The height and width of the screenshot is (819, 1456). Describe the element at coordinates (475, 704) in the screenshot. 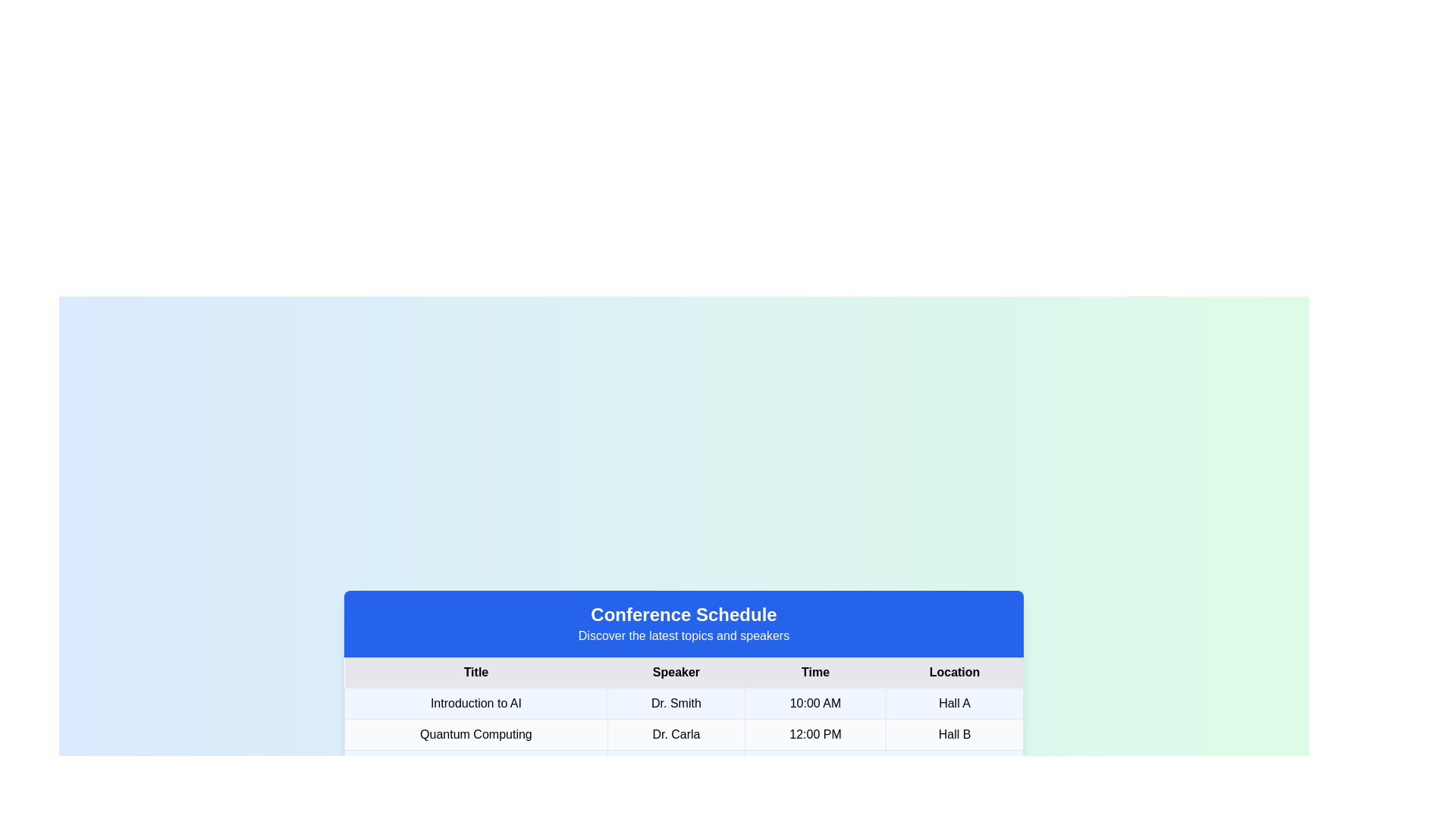

I see `the text label displaying 'Introduction to AI', which is styled with padding and a border, located in the first row of a table under the 'Title' column` at that location.